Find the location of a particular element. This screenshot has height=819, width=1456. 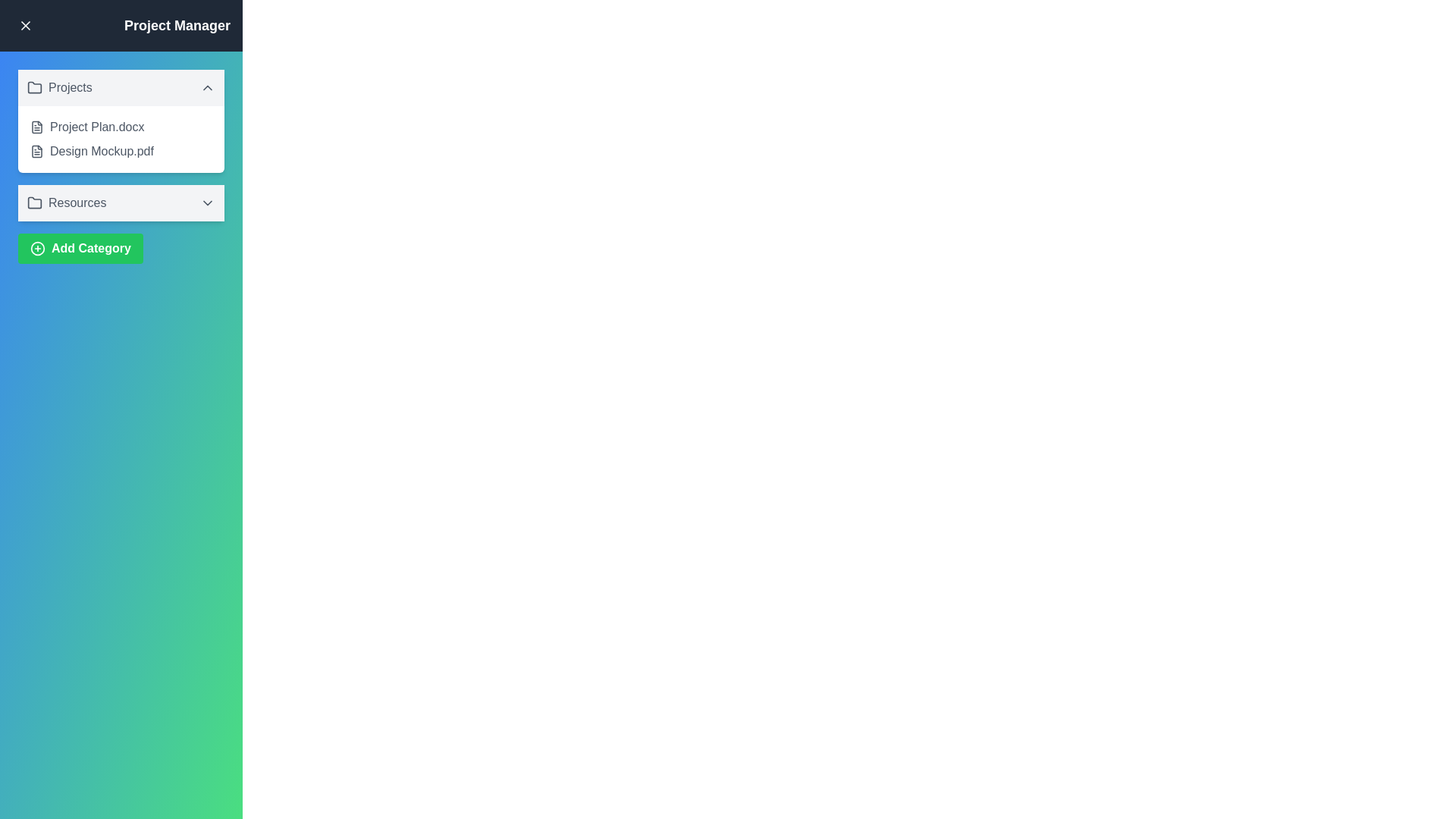

the File entry item labeled 'Project Plan.docx' which is the first item under the 'Projects' dropdown in the left-hand panel is located at coordinates (120, 127).